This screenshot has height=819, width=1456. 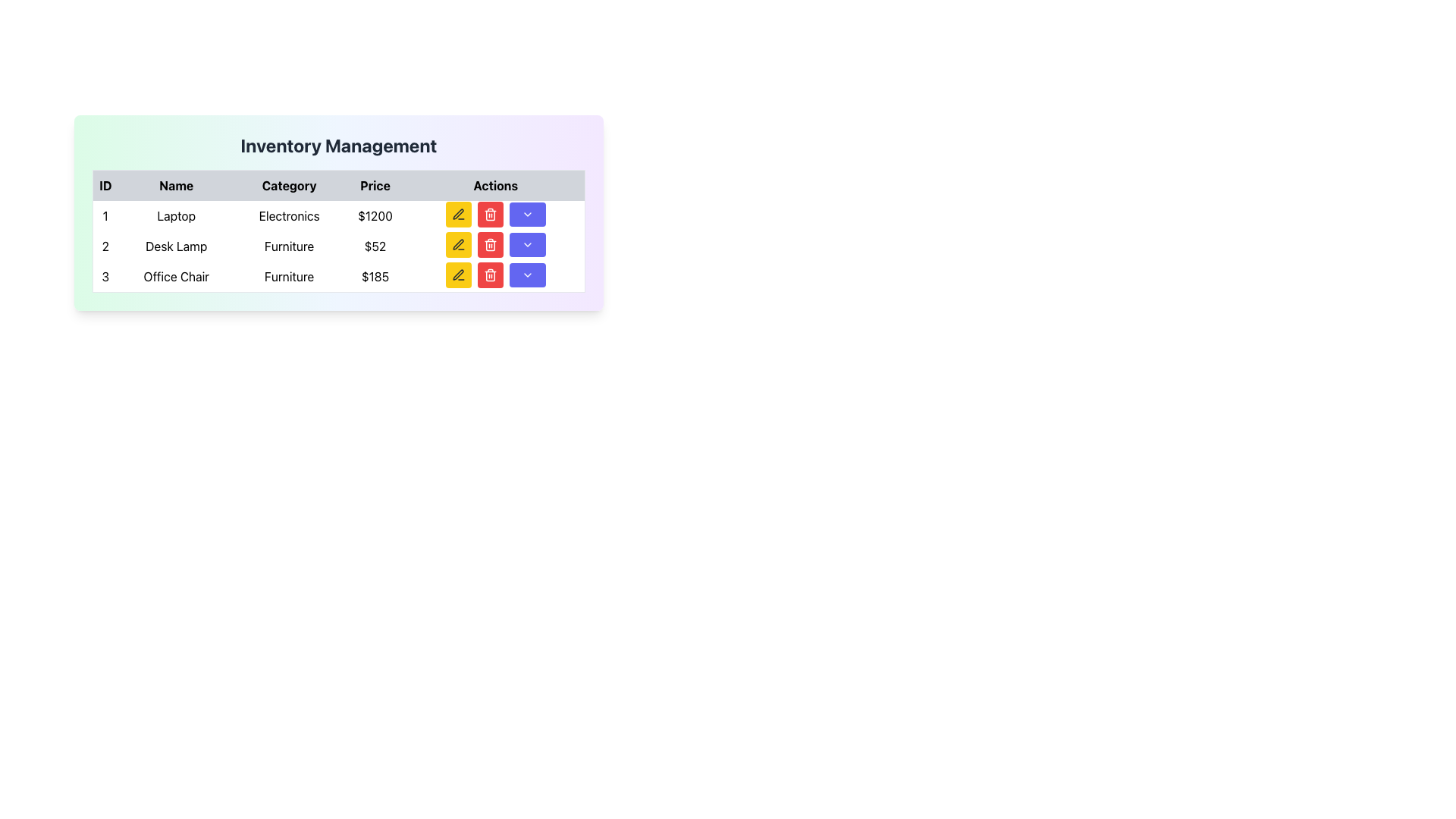 What do you see at coordinates (375, 245) in the screenshot?
I see `price displayed for the 'Desk Lamp' in the second row, fourth column of the pricing table` at bounding box center [375, 245].